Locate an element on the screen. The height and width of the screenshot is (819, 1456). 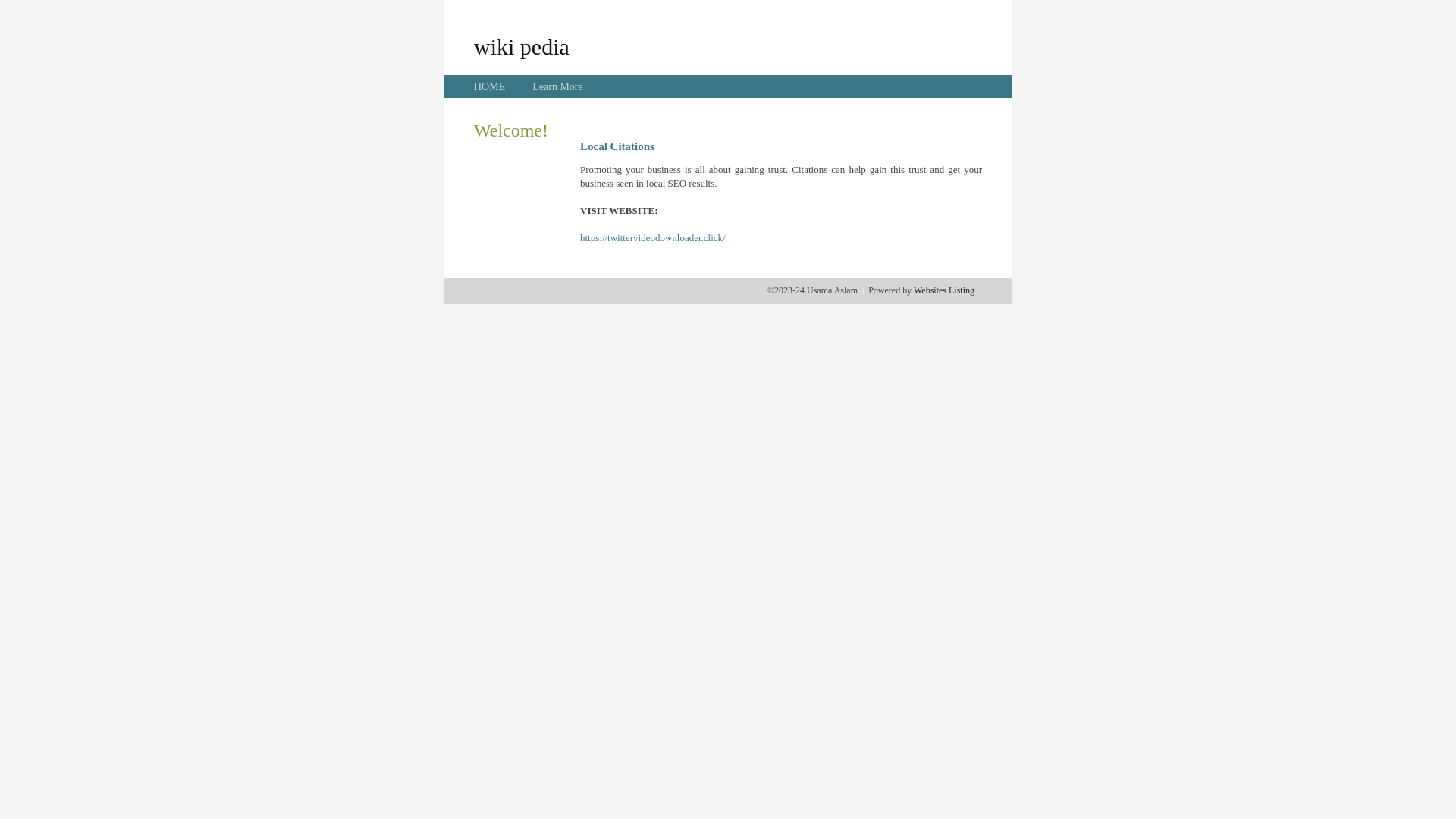
'Websites Listing' is located at coordinates (943, 290).